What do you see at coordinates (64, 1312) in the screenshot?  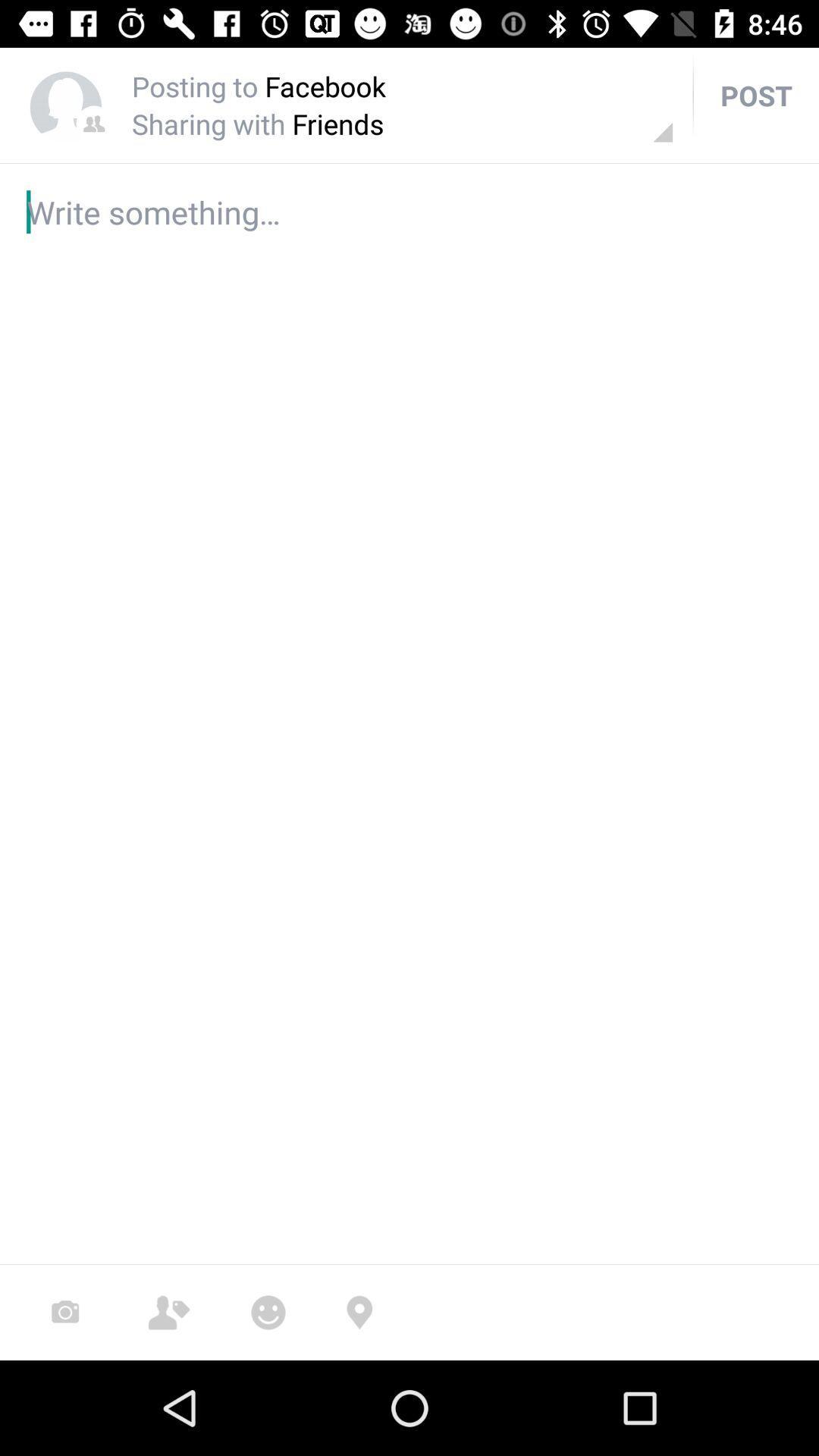 I see `the photo icon` at bounding box center [64, 1312].